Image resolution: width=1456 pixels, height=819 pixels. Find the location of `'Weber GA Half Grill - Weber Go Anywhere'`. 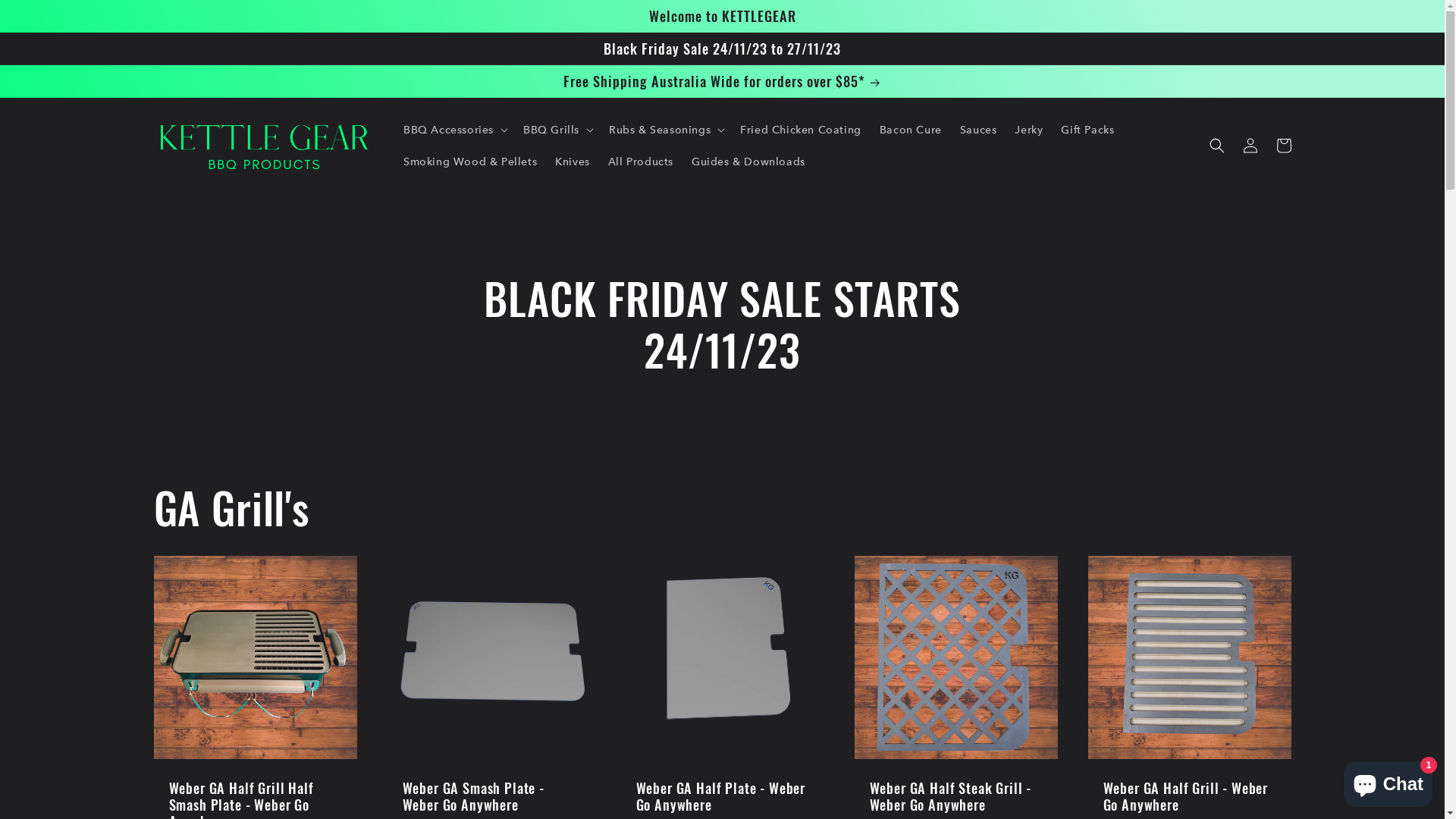

'Weber GA Half Grill - Weber Go Anywhere' is located at coordinates (1188, 795).